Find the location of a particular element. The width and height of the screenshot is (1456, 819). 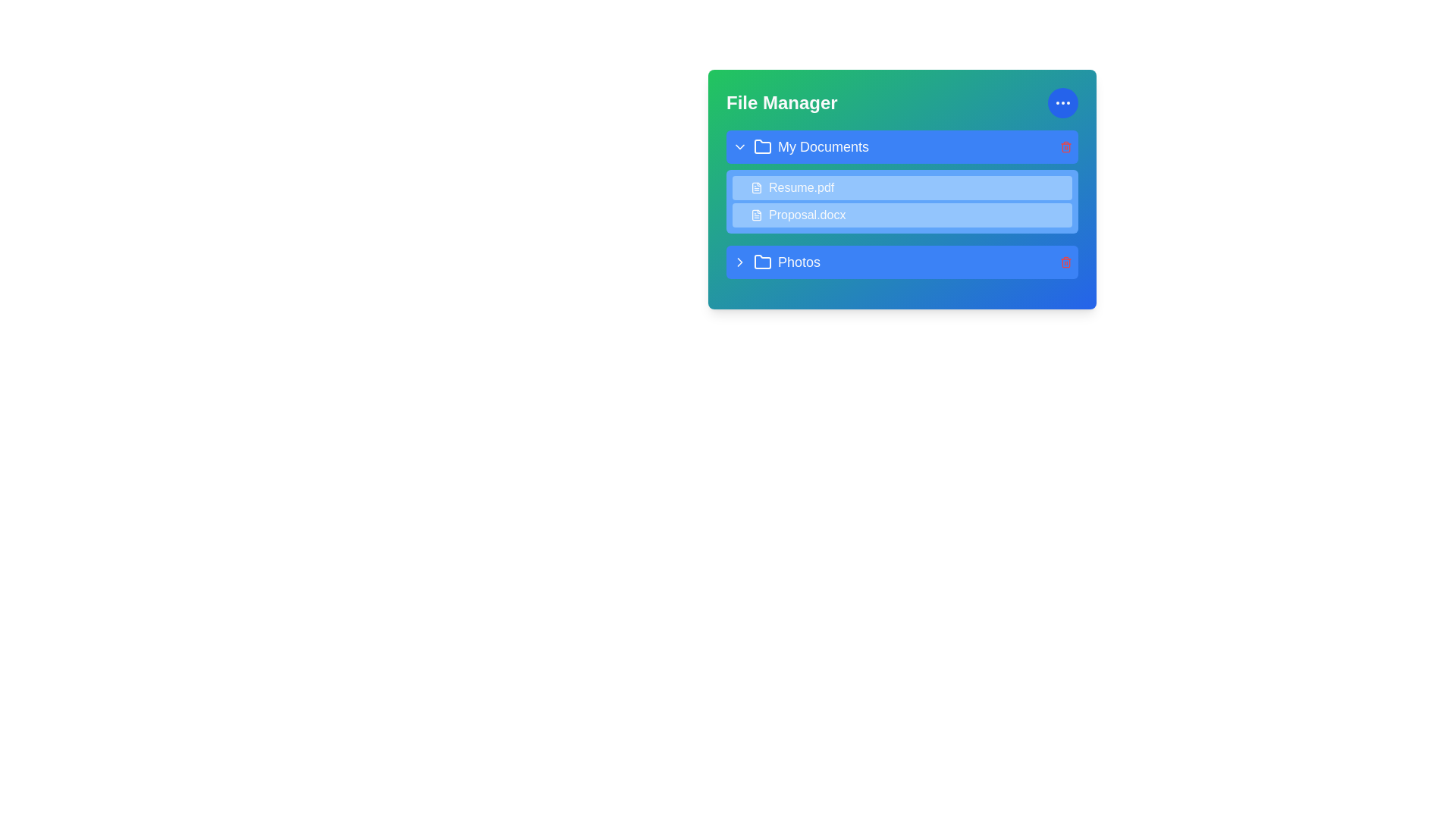

the file icon located to the left of the 'Proposal.docx' label in the file manager interface is located at coordinates (757, 215).